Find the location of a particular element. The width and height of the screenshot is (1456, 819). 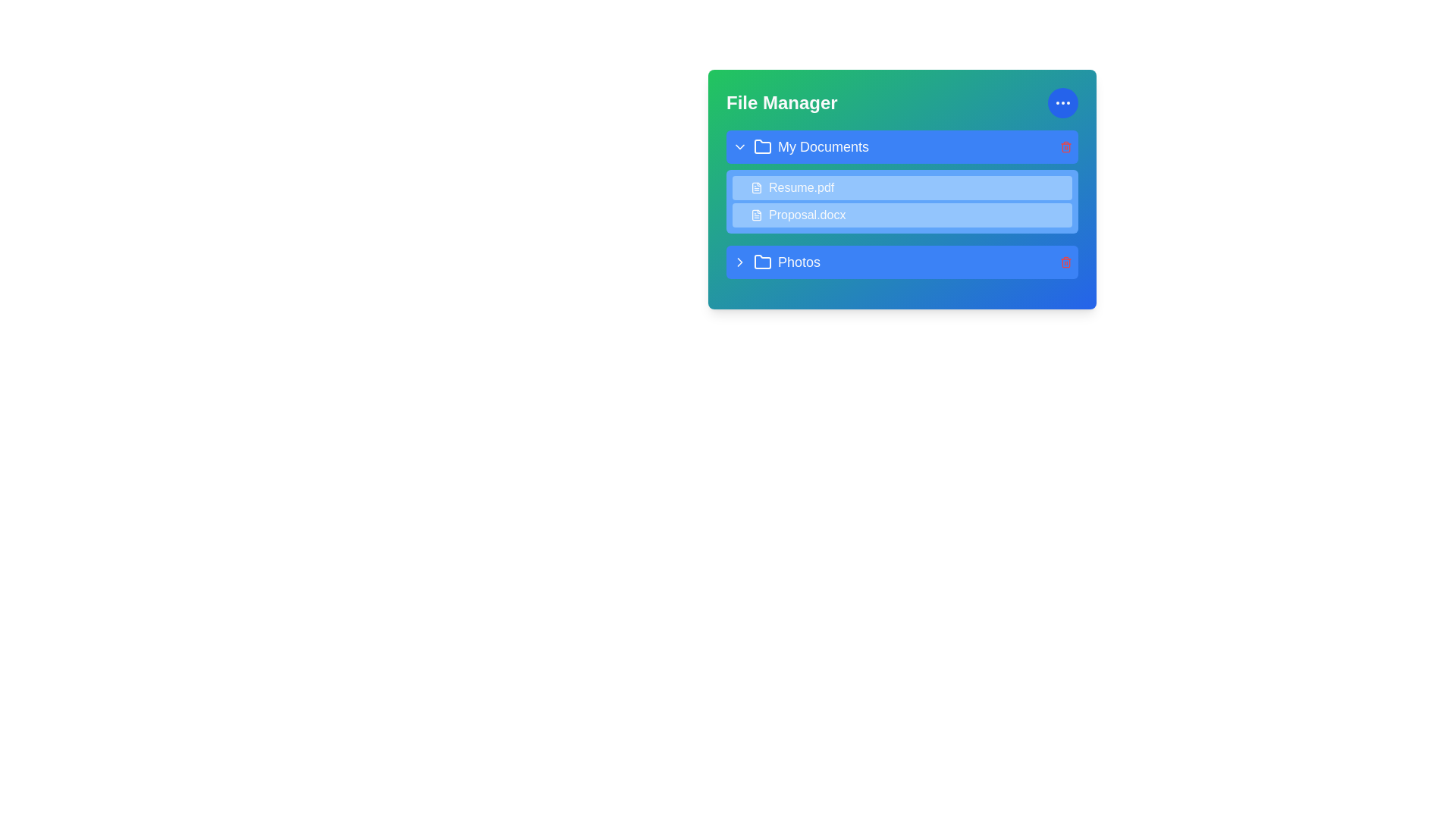

the file icon located to the left of the 'Proposal.docx' label in the file manager interface is located at coordinates (757, 215).